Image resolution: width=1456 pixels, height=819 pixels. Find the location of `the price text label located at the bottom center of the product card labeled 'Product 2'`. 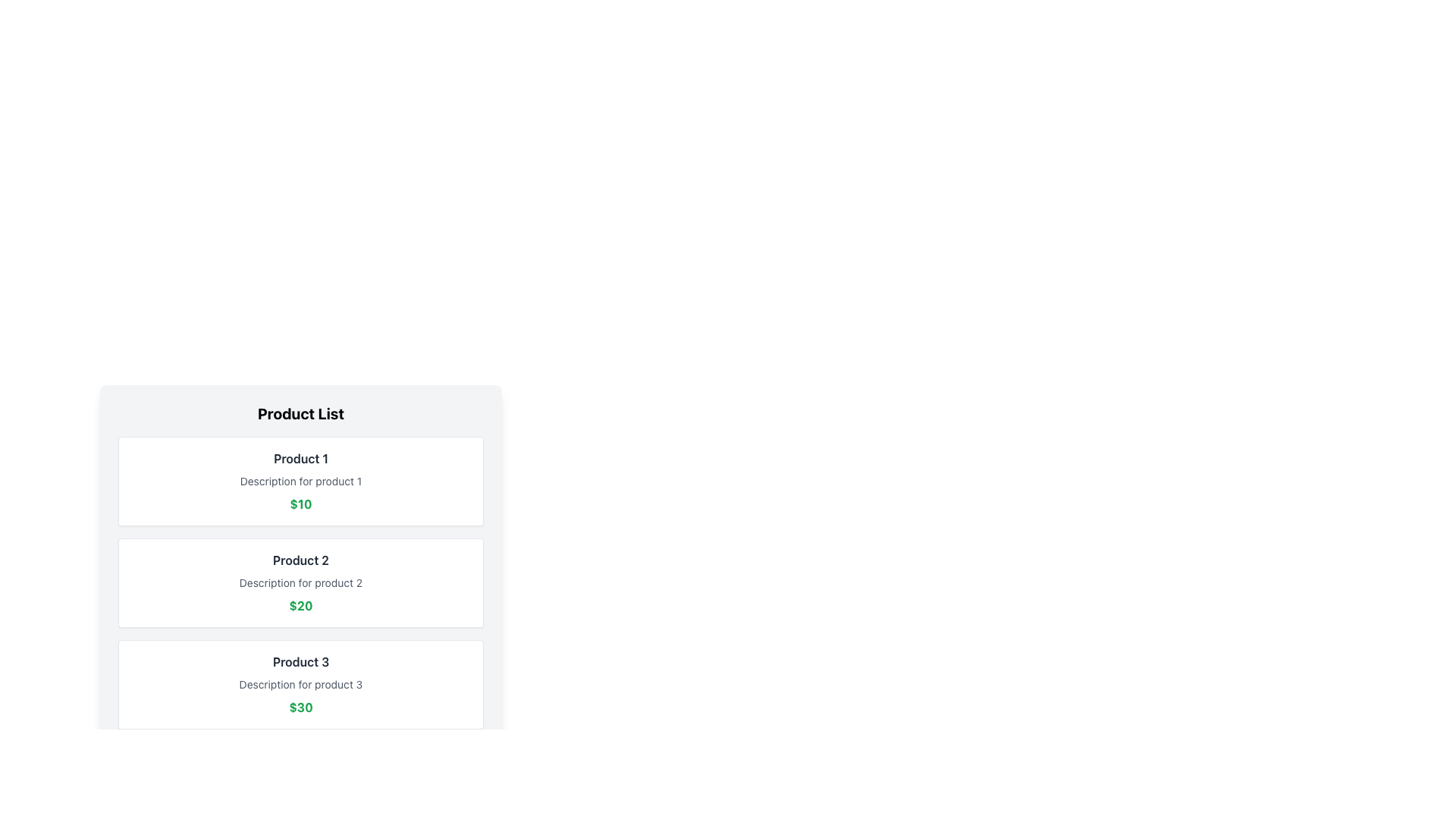

the price text label located at the bottom center of the product card labeled 'Product 2' is located at coordinates (301, 604).